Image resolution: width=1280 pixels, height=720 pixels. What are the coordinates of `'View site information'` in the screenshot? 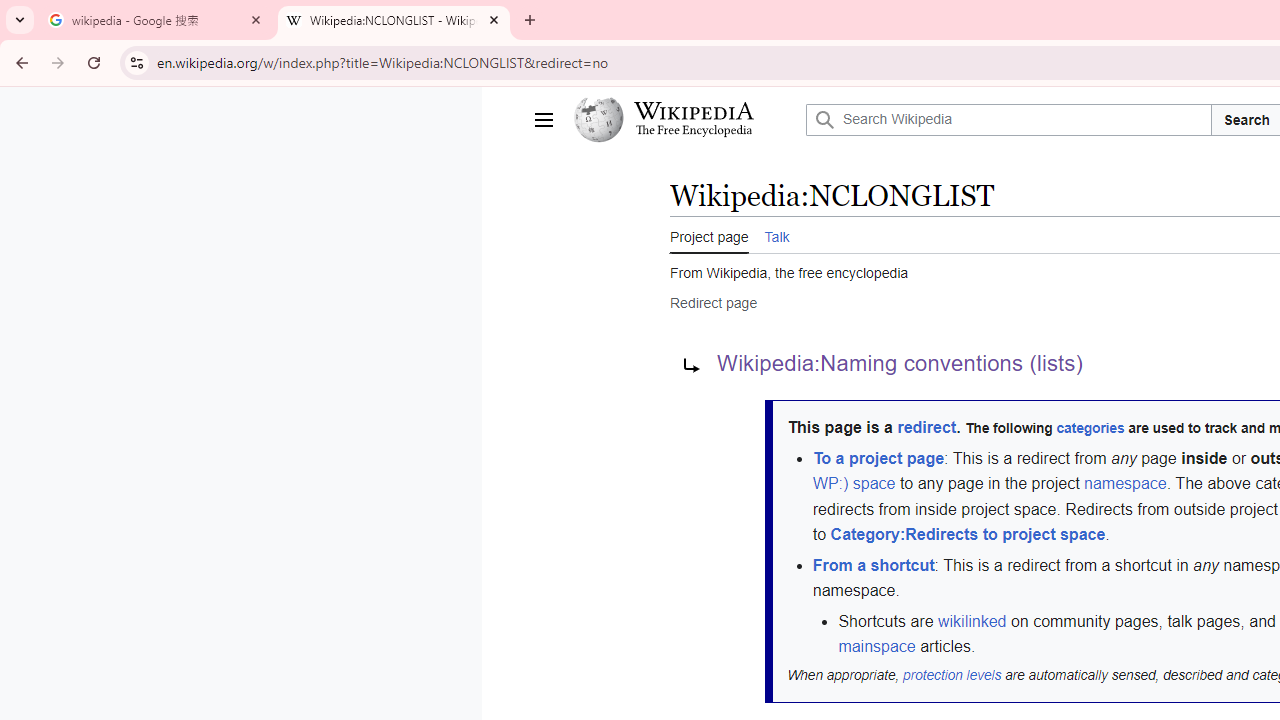 It's located at (135, 61).